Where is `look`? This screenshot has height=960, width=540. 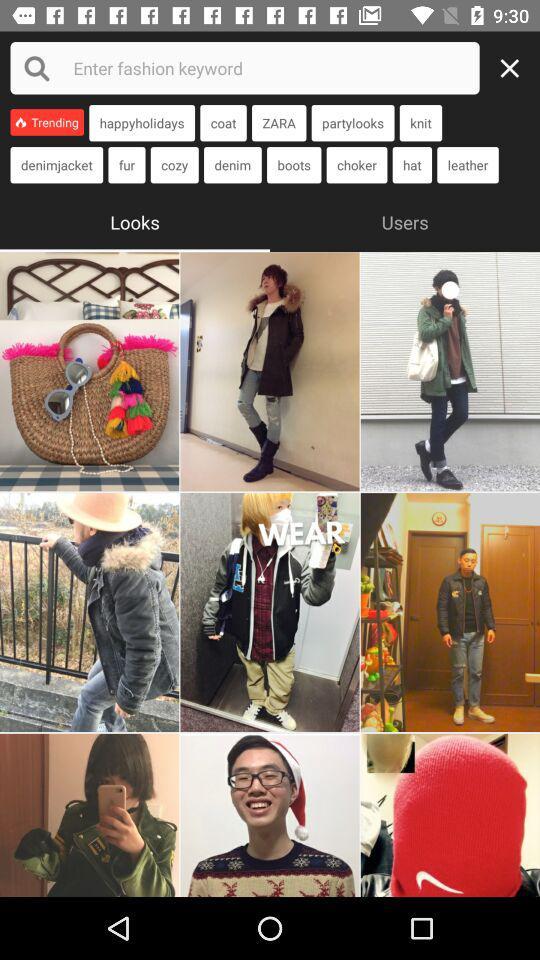
look is located at coordinates (270, 370).